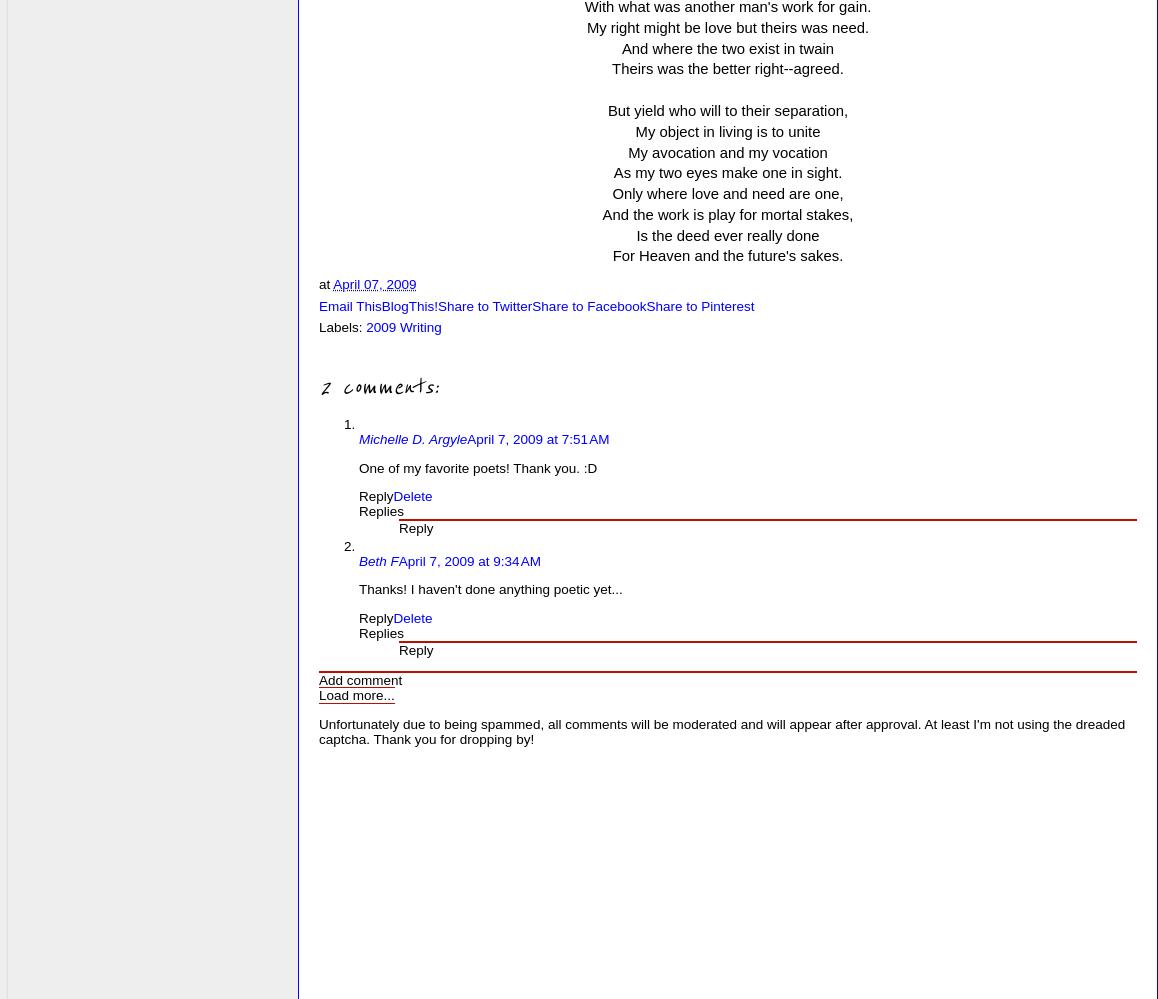 The width and height of the screenshot is (1158, 999). Describe the element at coordinates (538, 438) in the screenshot. I see `'April 7, 2009 at 7:51 AM'` at that location.